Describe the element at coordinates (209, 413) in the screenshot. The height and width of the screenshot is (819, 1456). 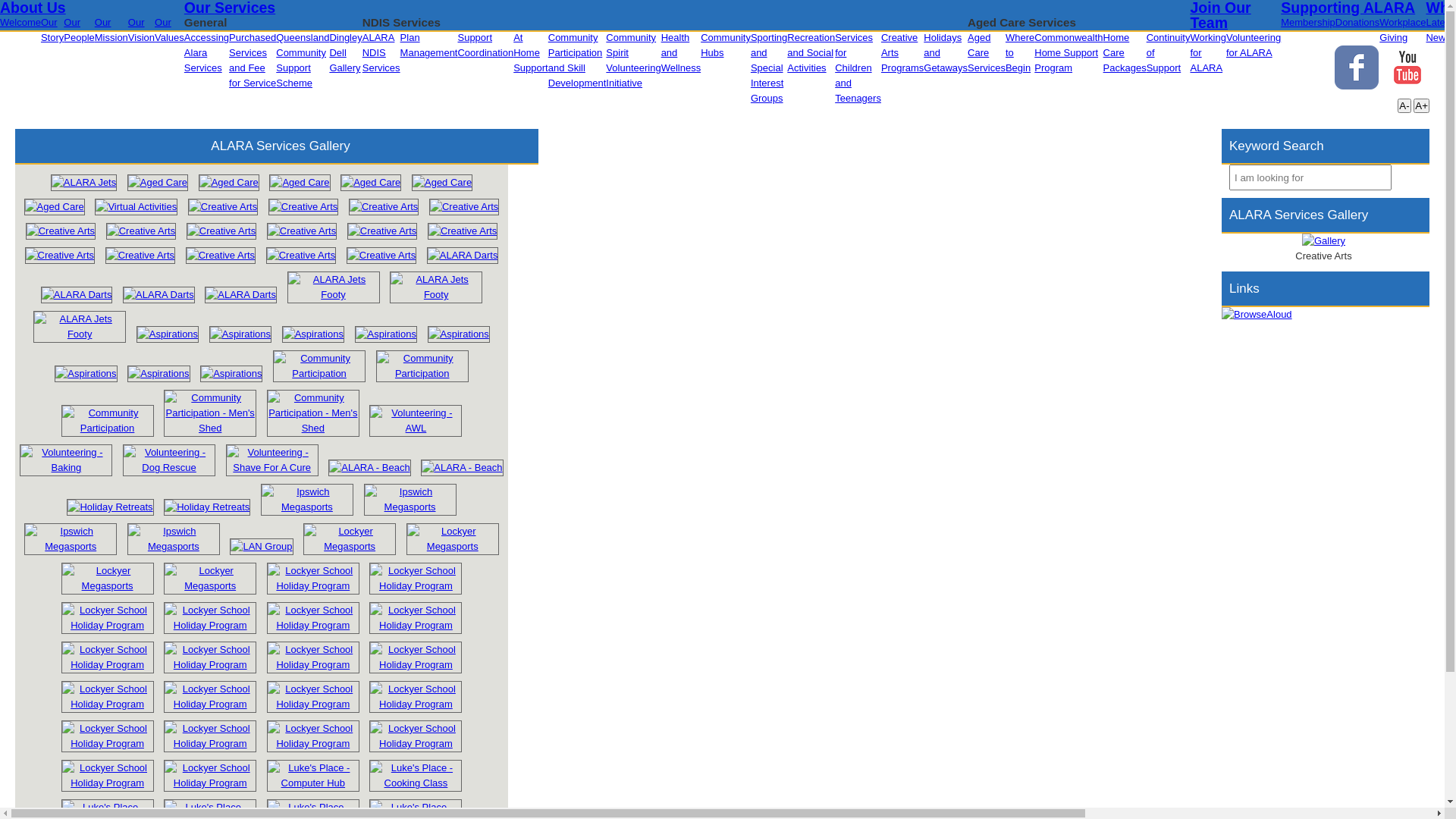
I see `'Community Participation - Men's Shed'` at that location.